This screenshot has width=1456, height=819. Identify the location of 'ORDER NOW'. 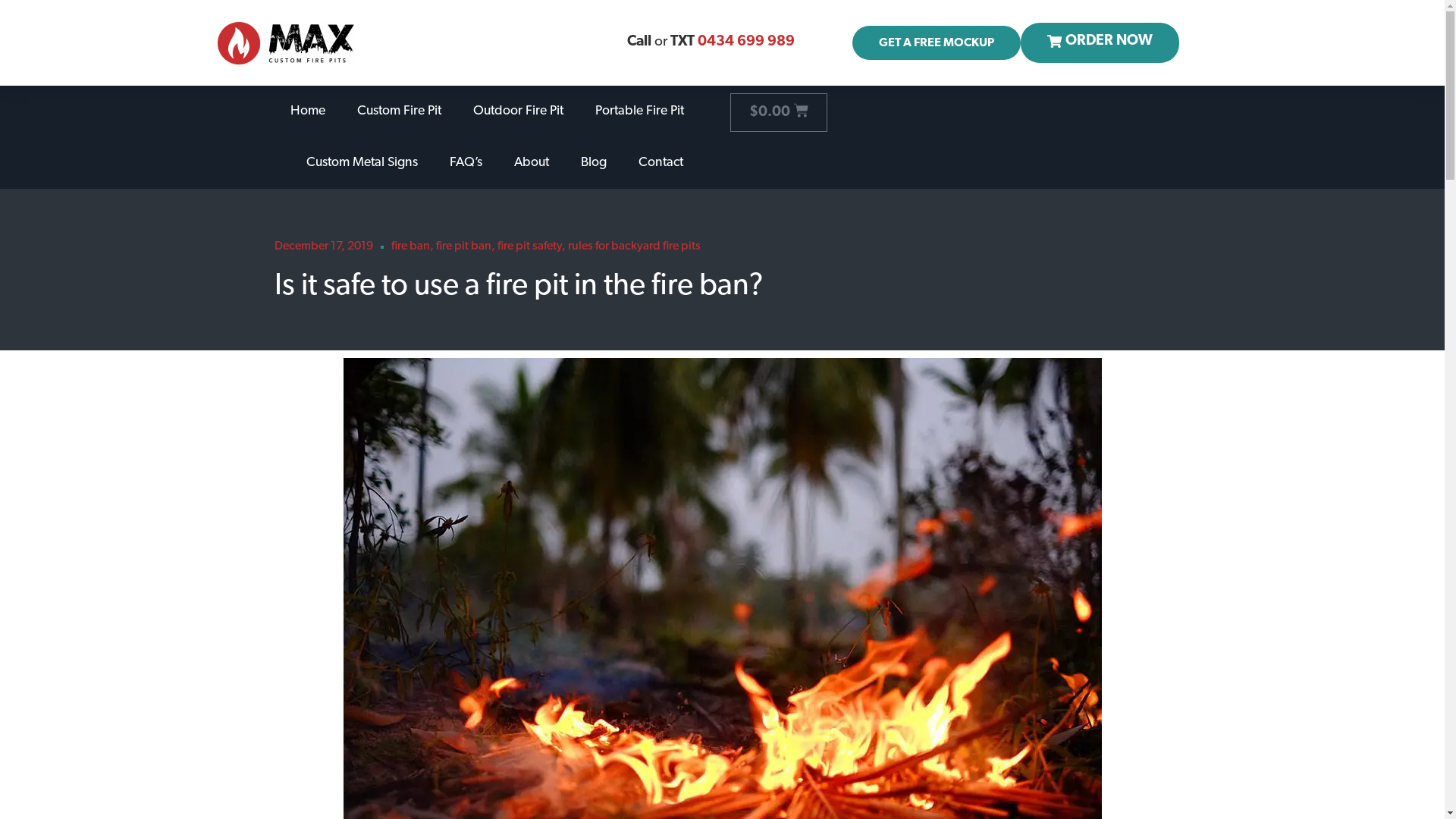
(1100, 42).